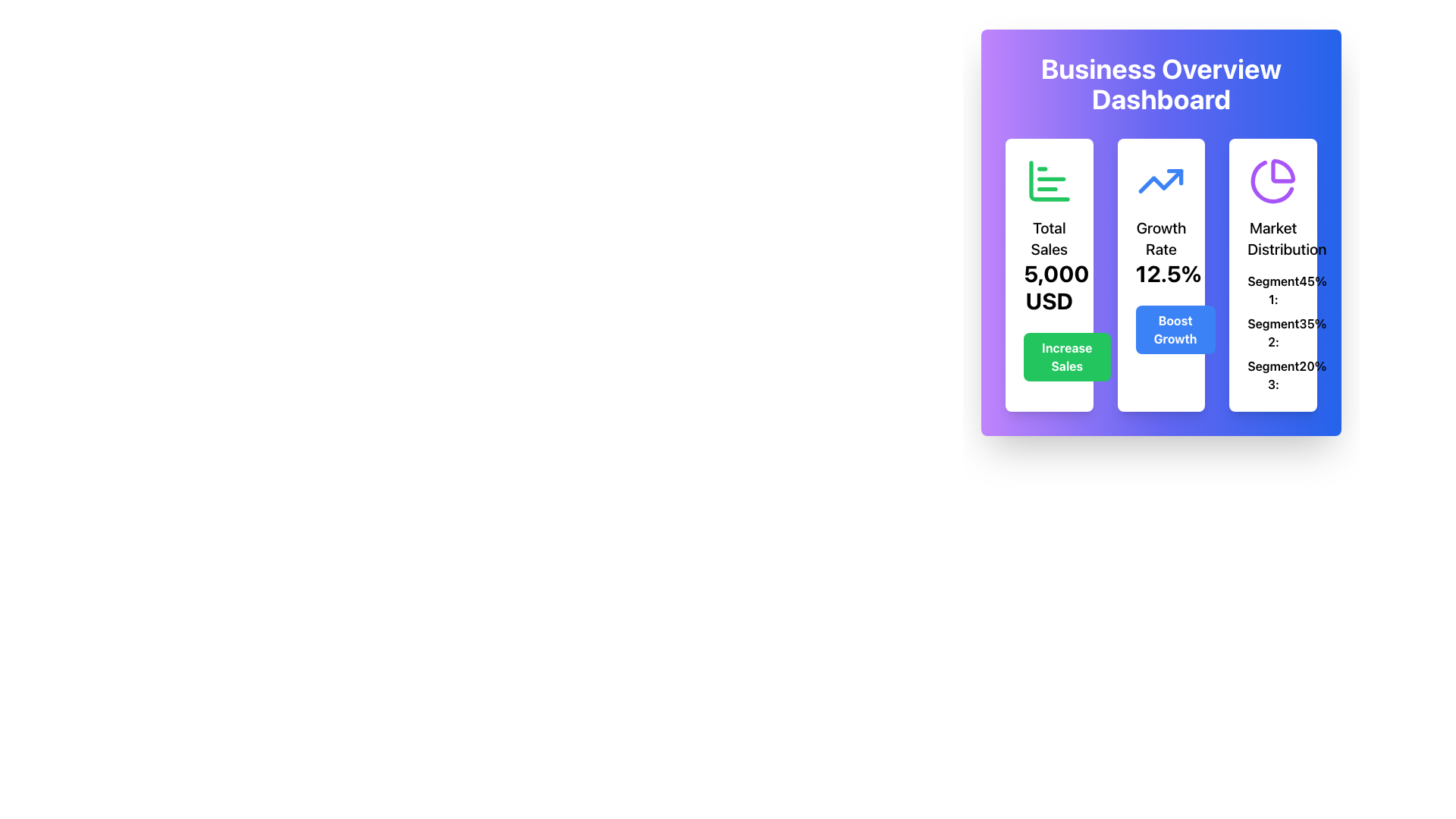 The width and height of the screenshot is (1456, 819). Describe the element at coordinates (1312, 290) in the screenshot. I see `displayed value of the bold text label showing '45%' which is aligned to the right of 'Segment 1:' in the 'Market Distribution' section` at that location.